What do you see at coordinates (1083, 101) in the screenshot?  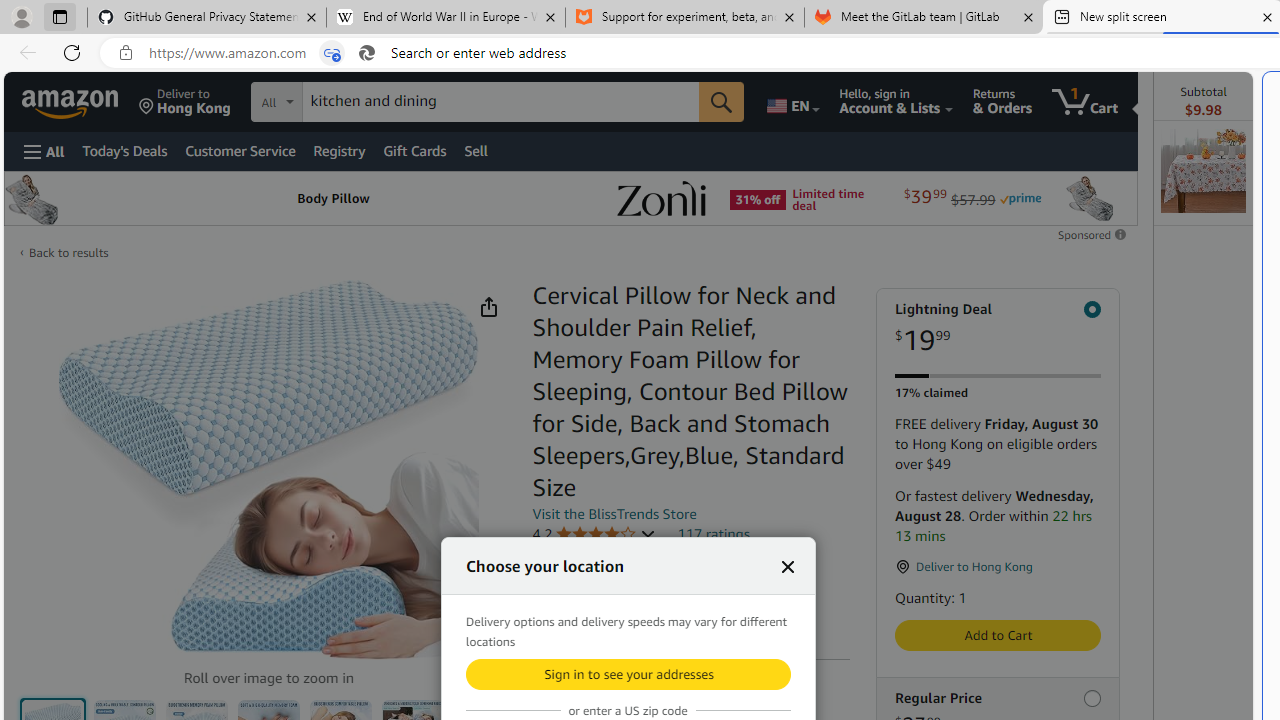 I see `'1 item in cart'` at bounding box center [1083, 101].